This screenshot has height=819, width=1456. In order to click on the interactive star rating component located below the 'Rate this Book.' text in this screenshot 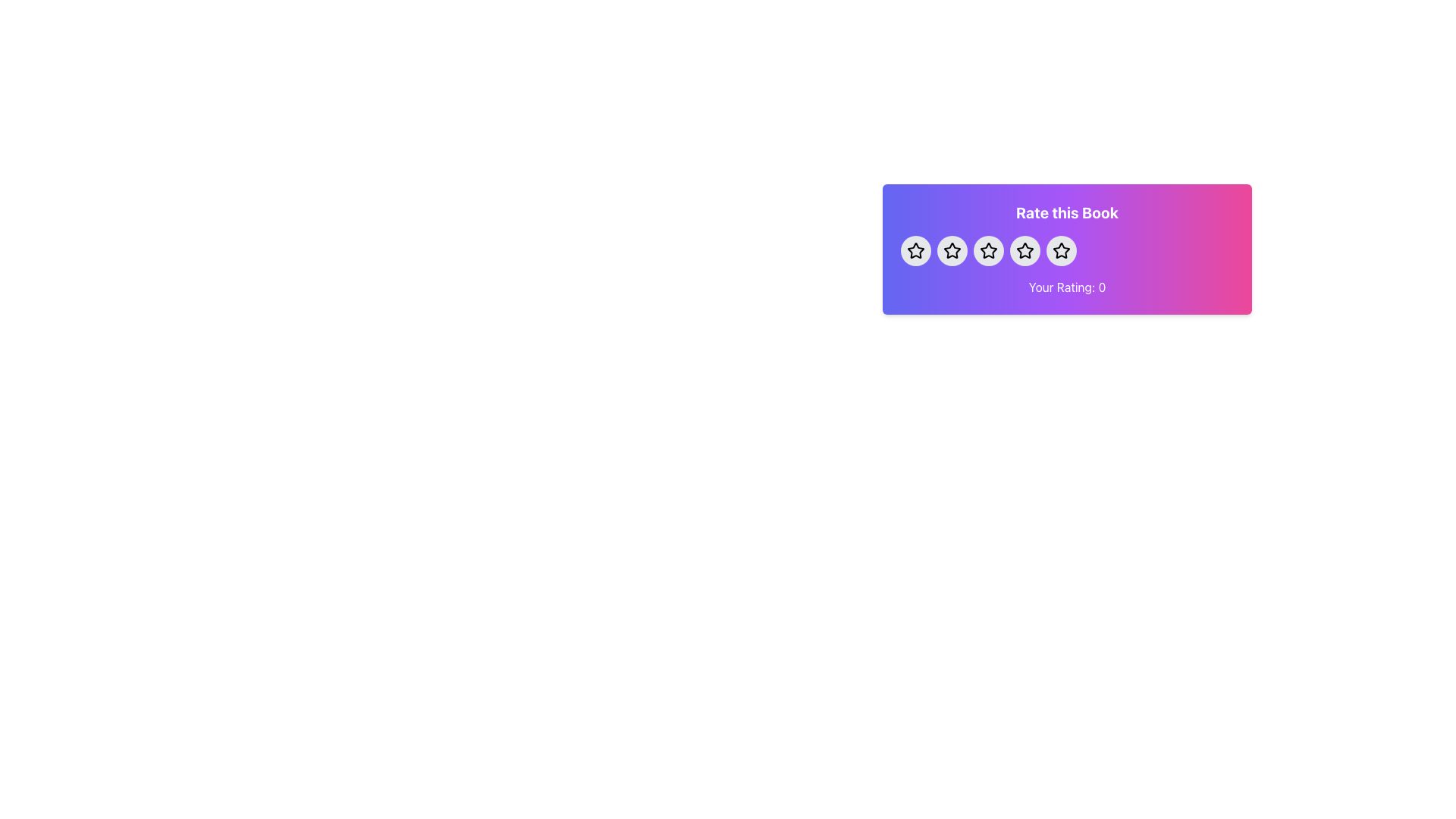, I will do `click(1066, 250)`.